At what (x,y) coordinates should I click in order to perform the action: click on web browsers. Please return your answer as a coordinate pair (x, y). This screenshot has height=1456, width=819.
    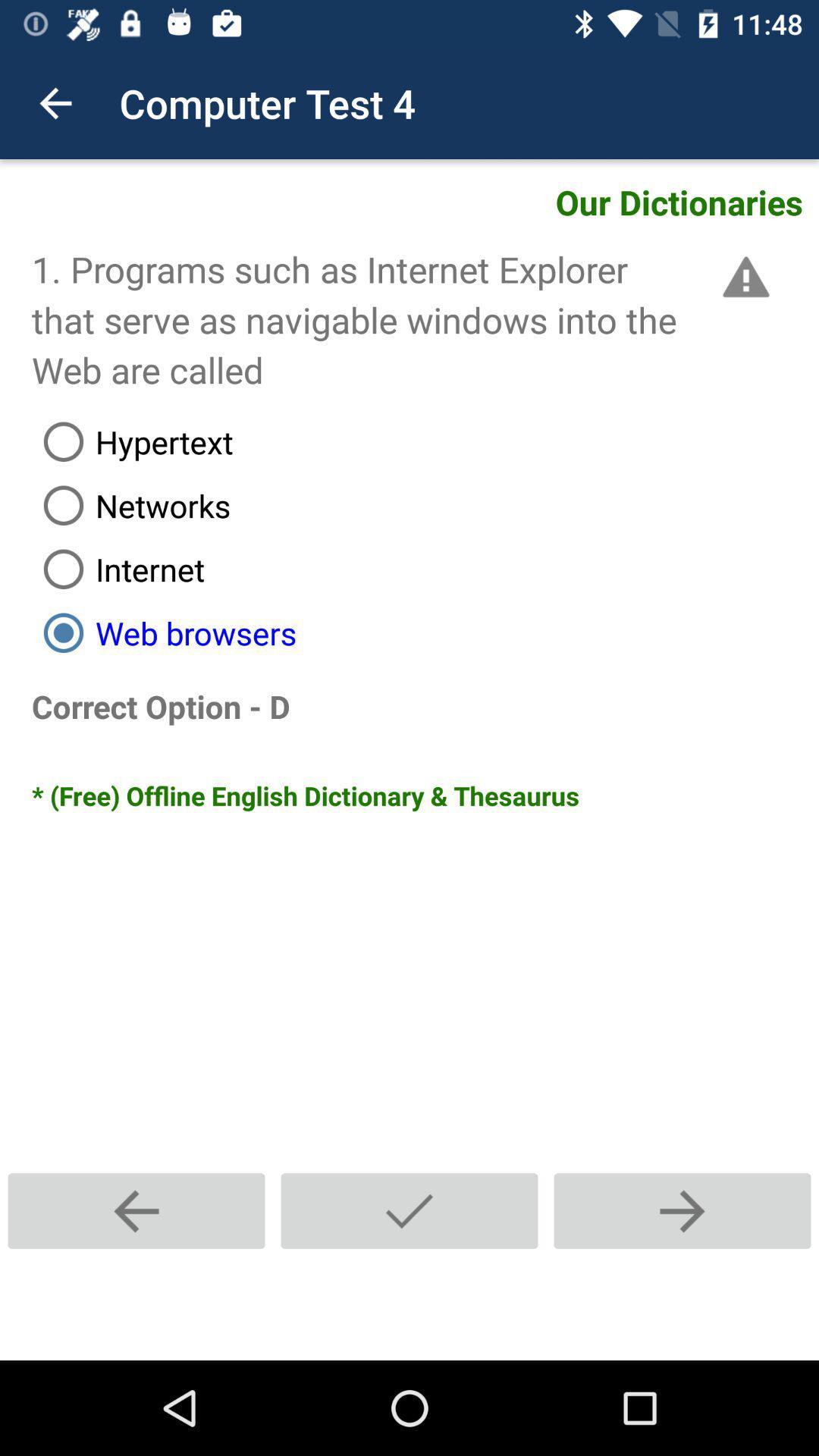
    Looking at the image, I should click on (425, 632).